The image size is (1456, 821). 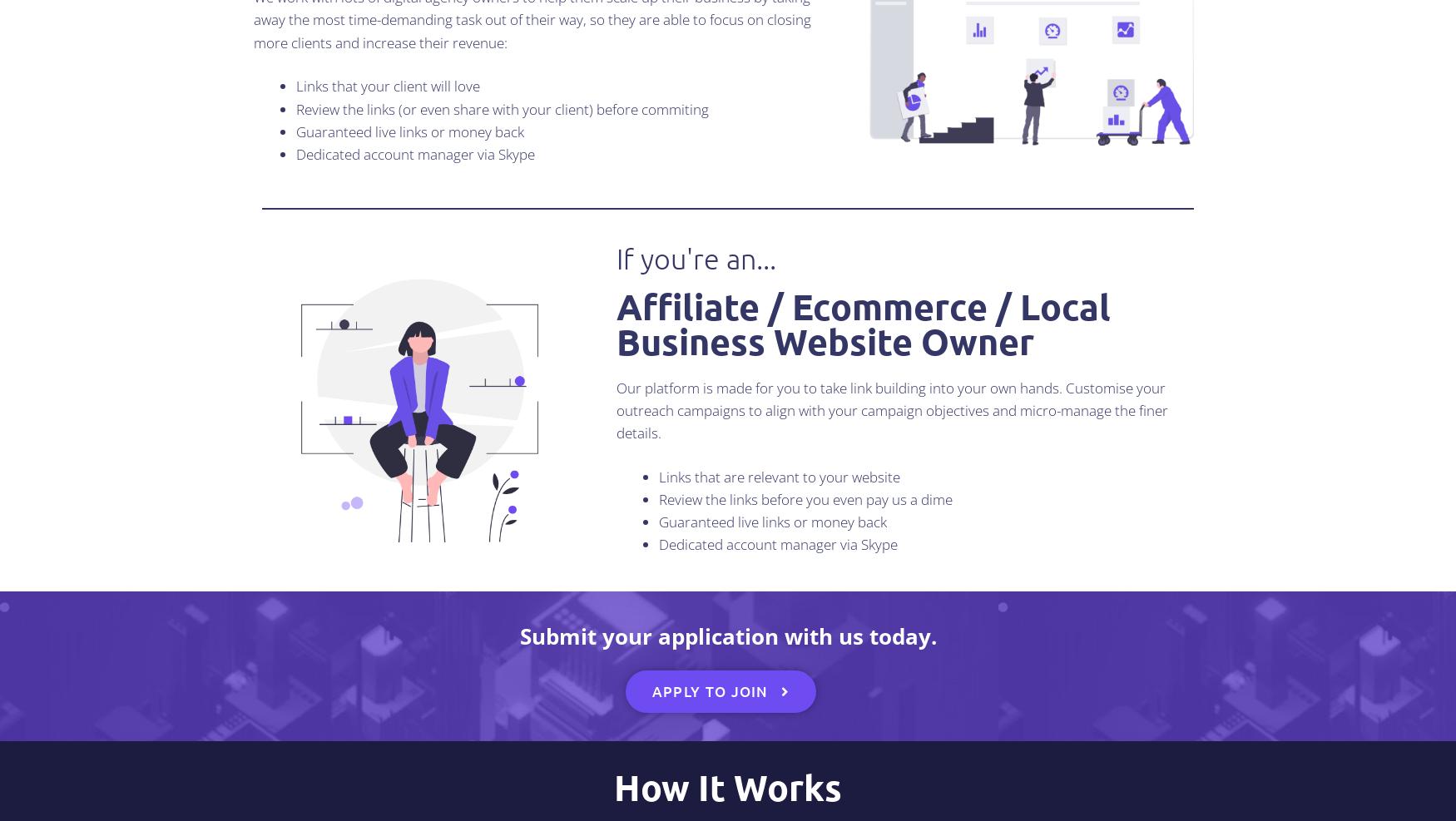 What do you see at coordinates (658, 497) in the screenshot?
I see `'Review the links before you even pay us a dime'` at bounding box center [658, 497].